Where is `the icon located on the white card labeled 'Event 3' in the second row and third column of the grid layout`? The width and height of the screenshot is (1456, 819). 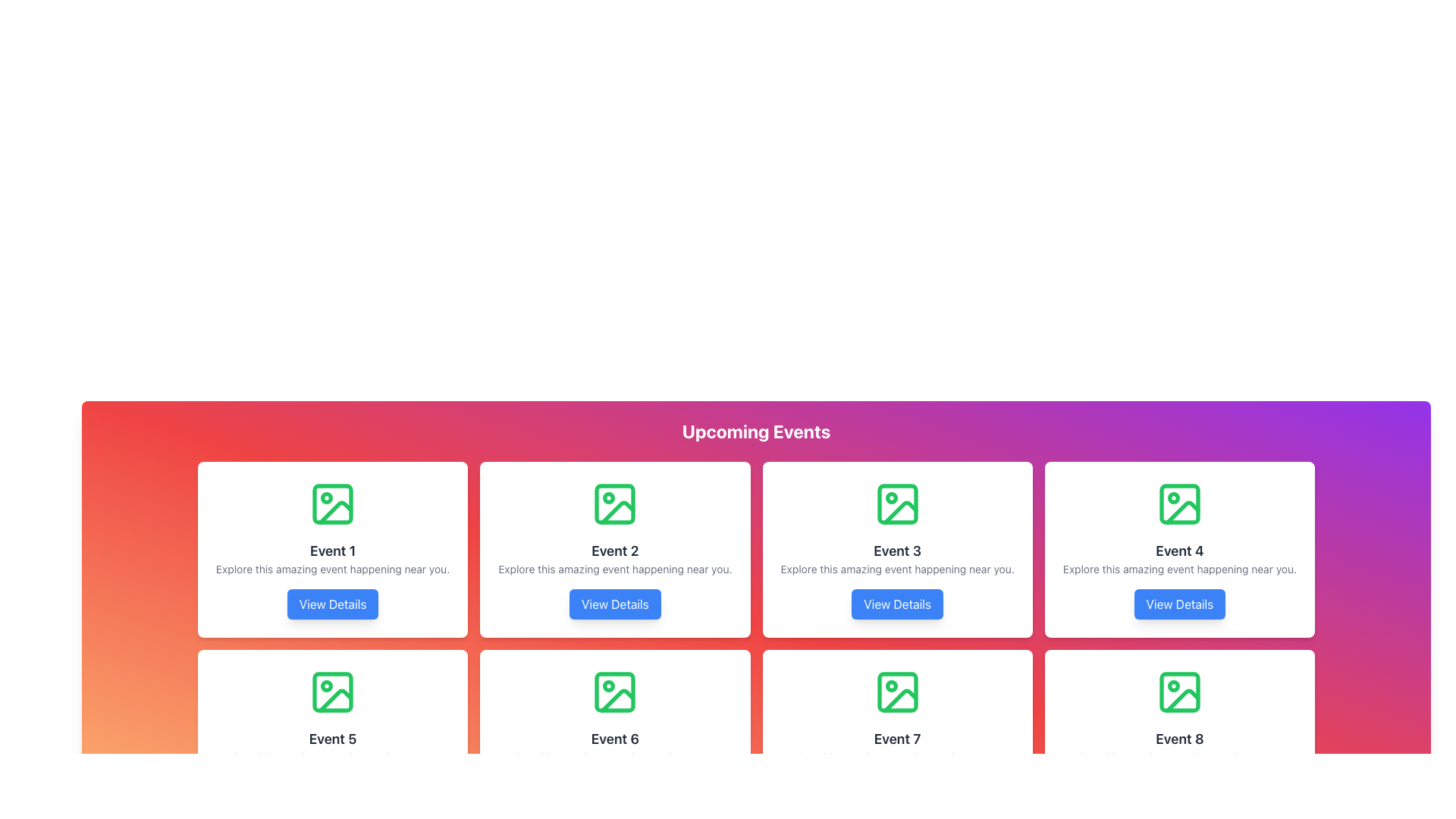
the icon located on the white card labeled 'Event 3' in the second row and third column of the grid layout is located at coordinates (897, 504).